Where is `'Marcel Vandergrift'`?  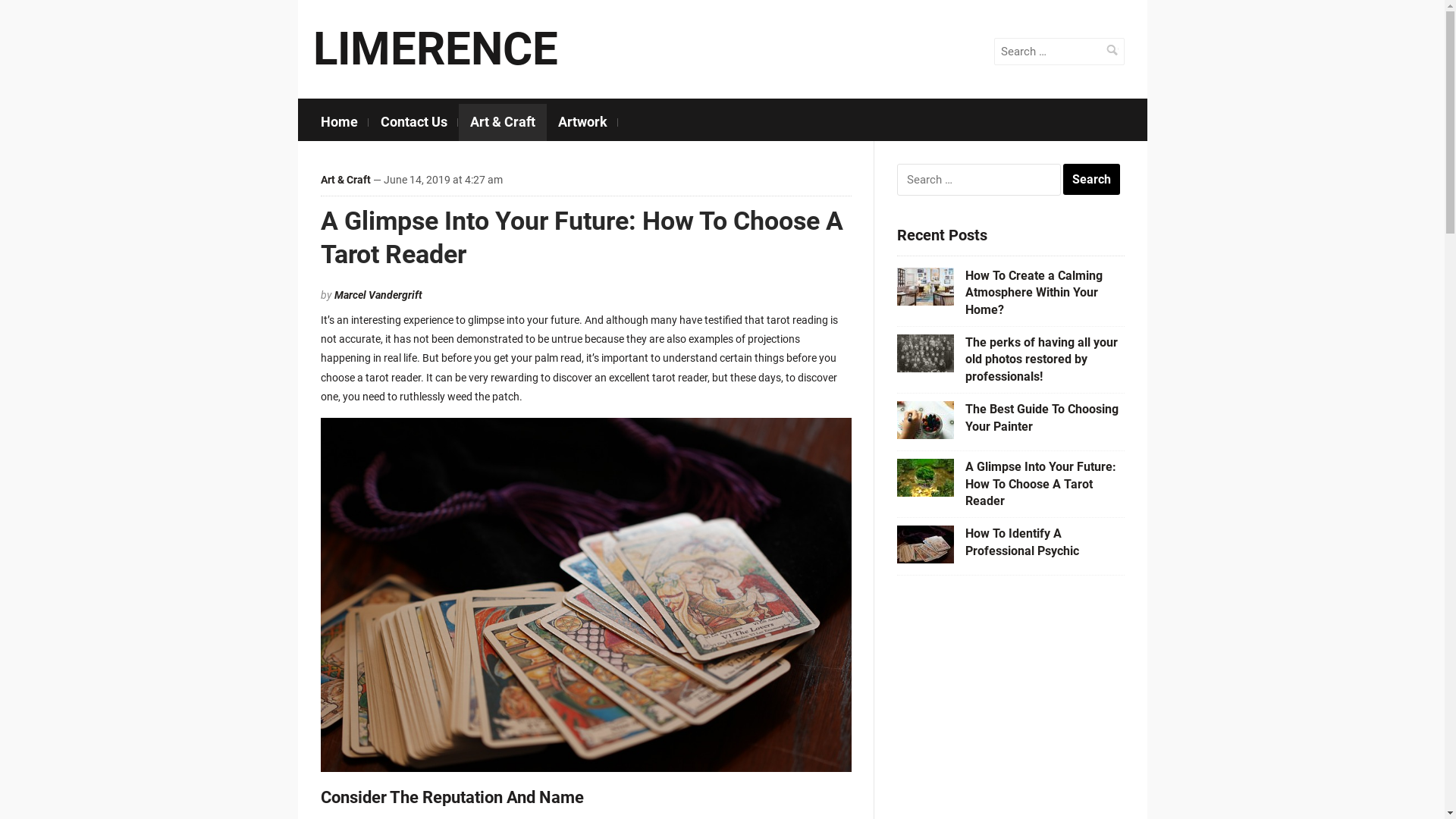 'Marcel Vandergrift' is located at coordinates (378, 295).